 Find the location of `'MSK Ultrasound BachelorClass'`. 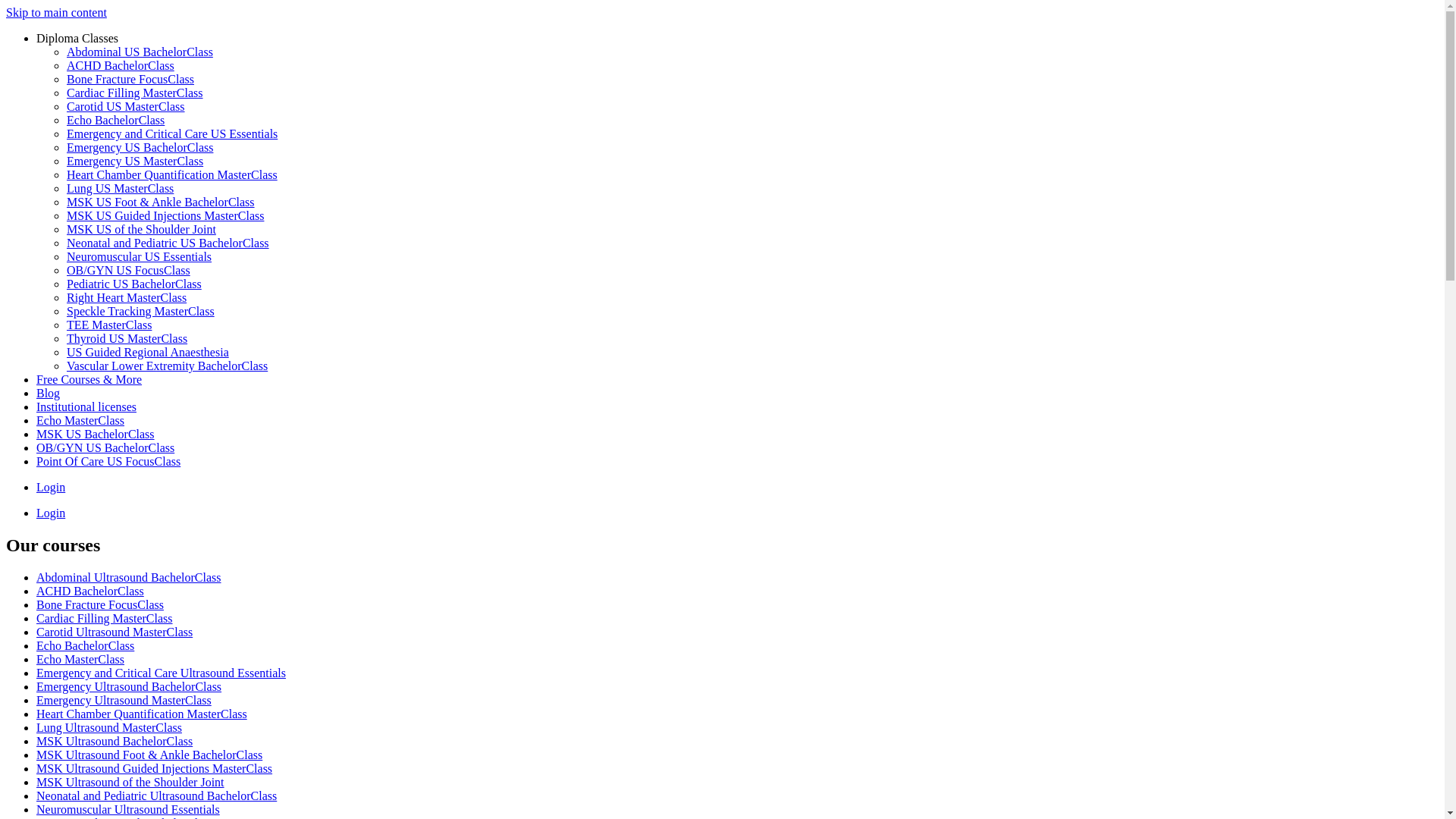

'MSK Ultrasound BachelorClass' is located at coordinates (36, 740).